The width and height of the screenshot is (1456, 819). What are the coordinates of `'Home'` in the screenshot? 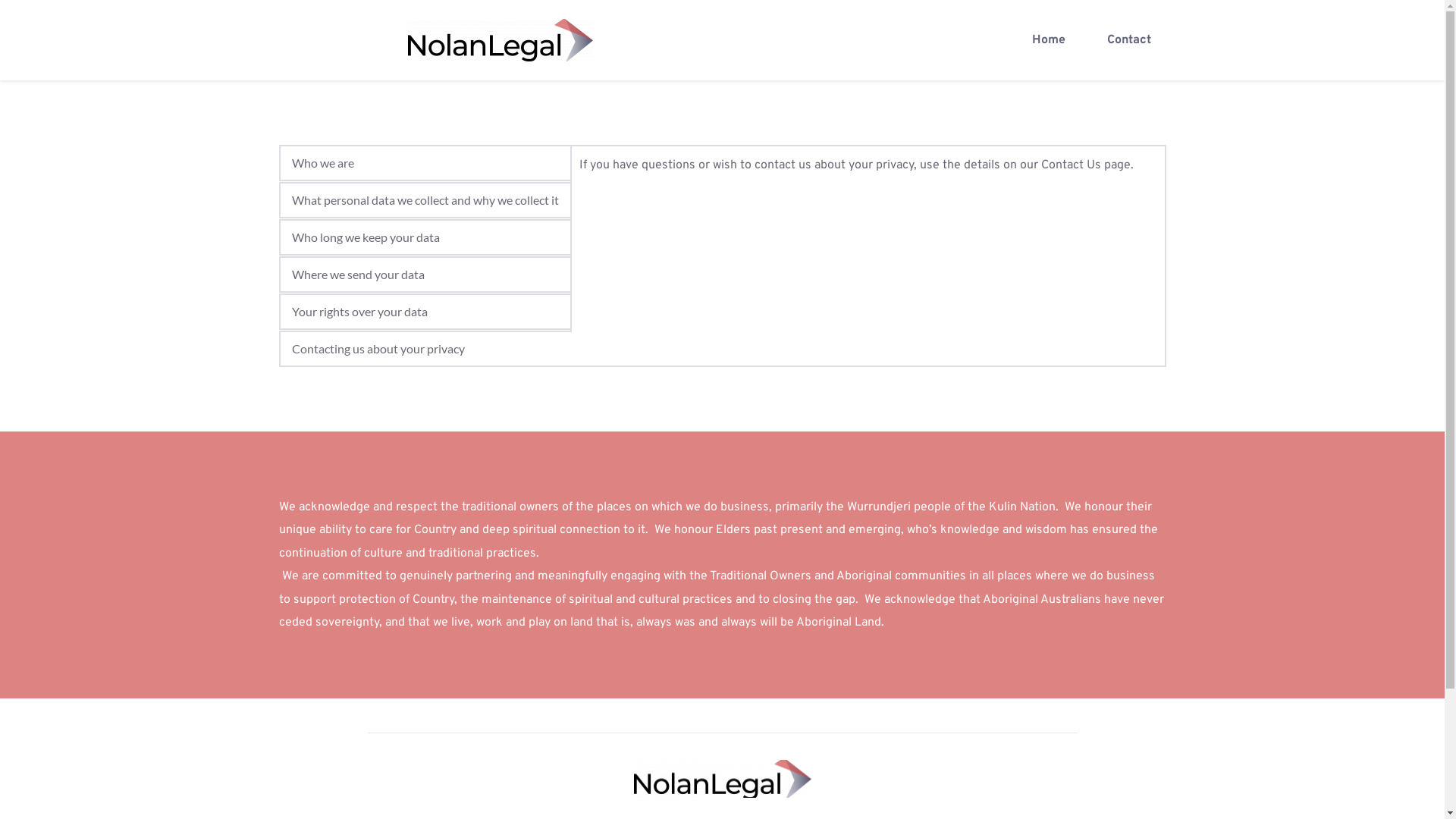 It's located at (1047, 39).